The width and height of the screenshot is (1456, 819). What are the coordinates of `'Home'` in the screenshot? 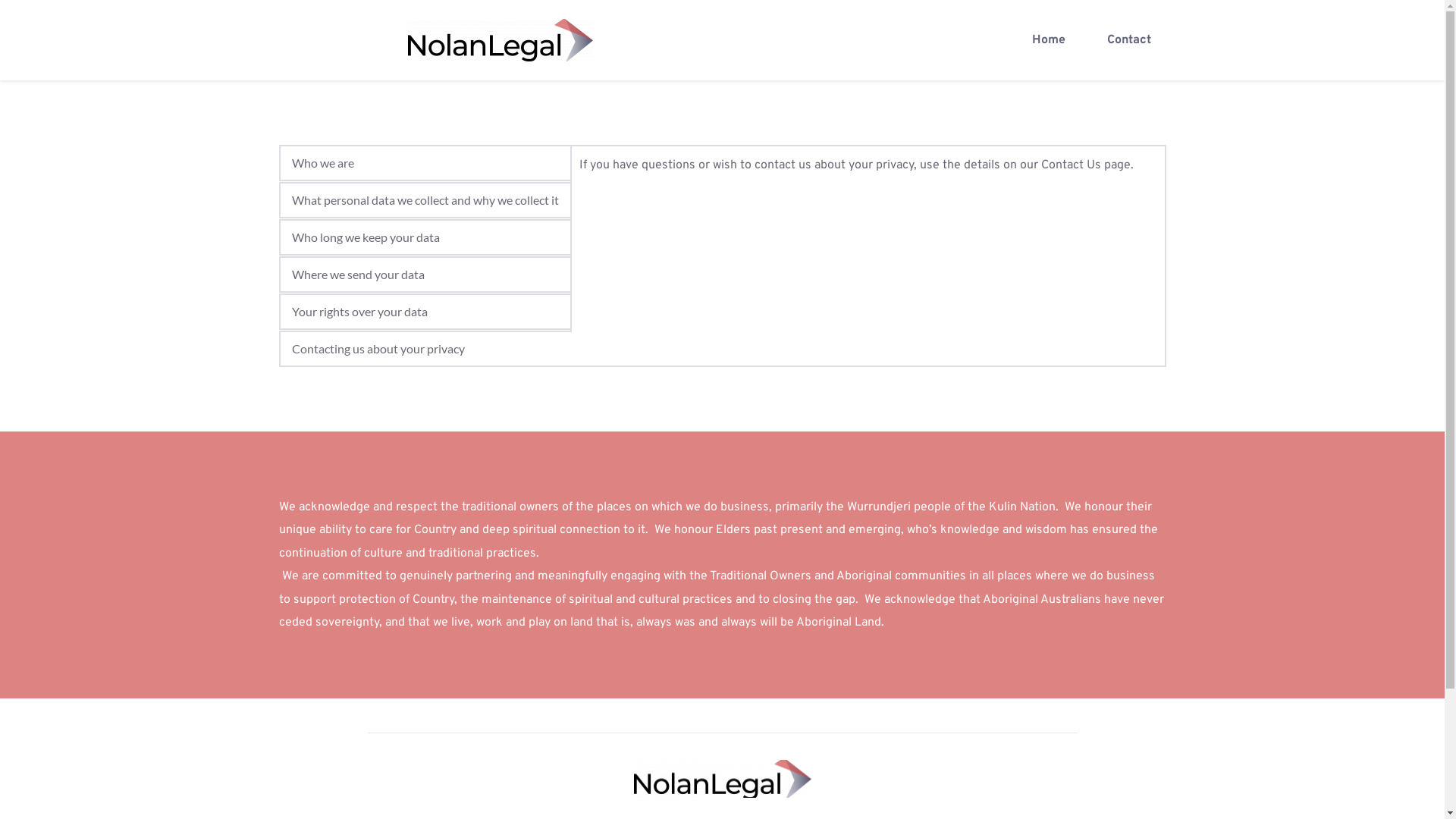 It's located at (1047, 39).